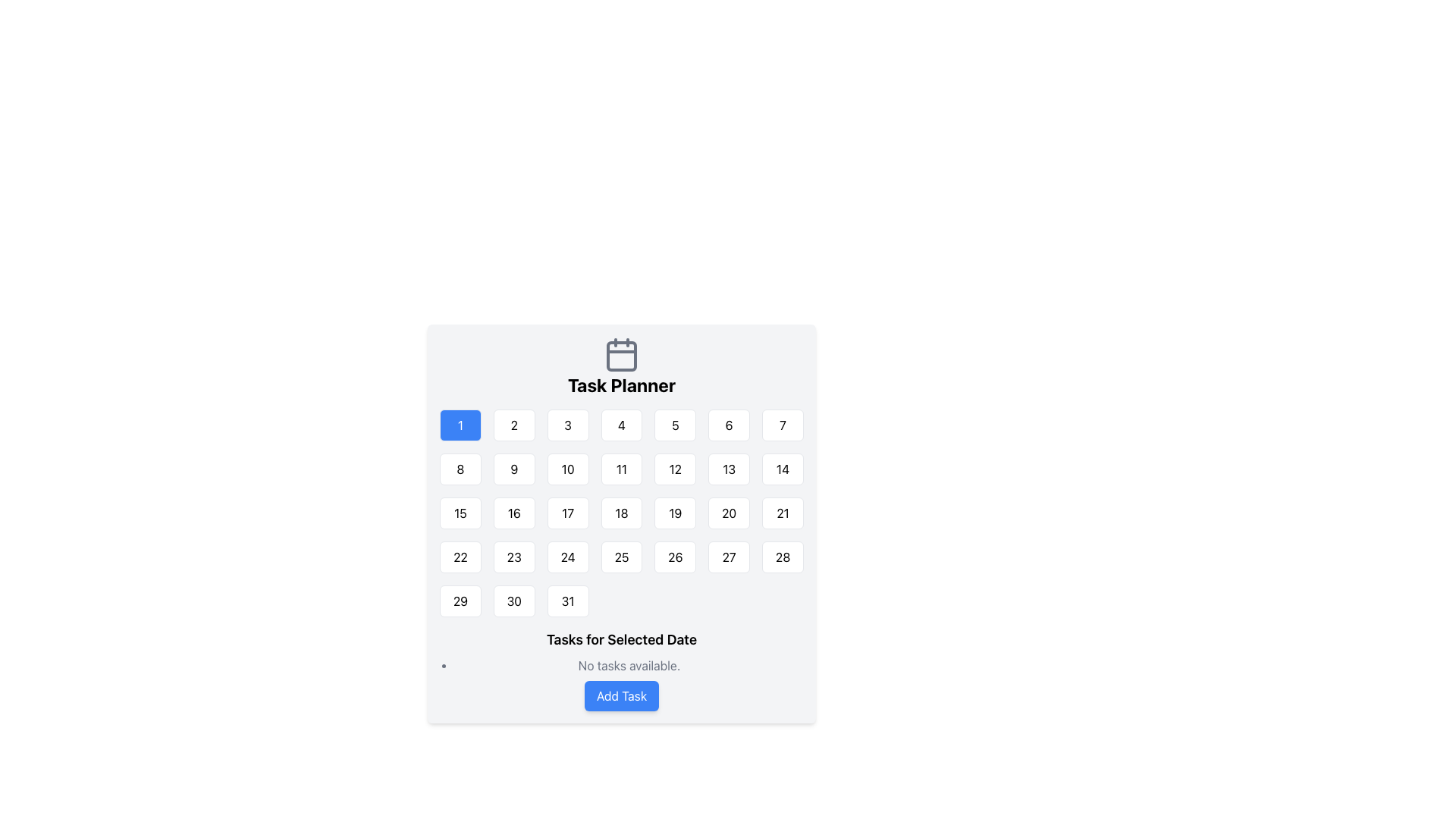  What do you see at coordinates (674, 513) in the screenshot?
I see `the calendar date button located in the third row and fifth column` at bounding box center [674, 513].